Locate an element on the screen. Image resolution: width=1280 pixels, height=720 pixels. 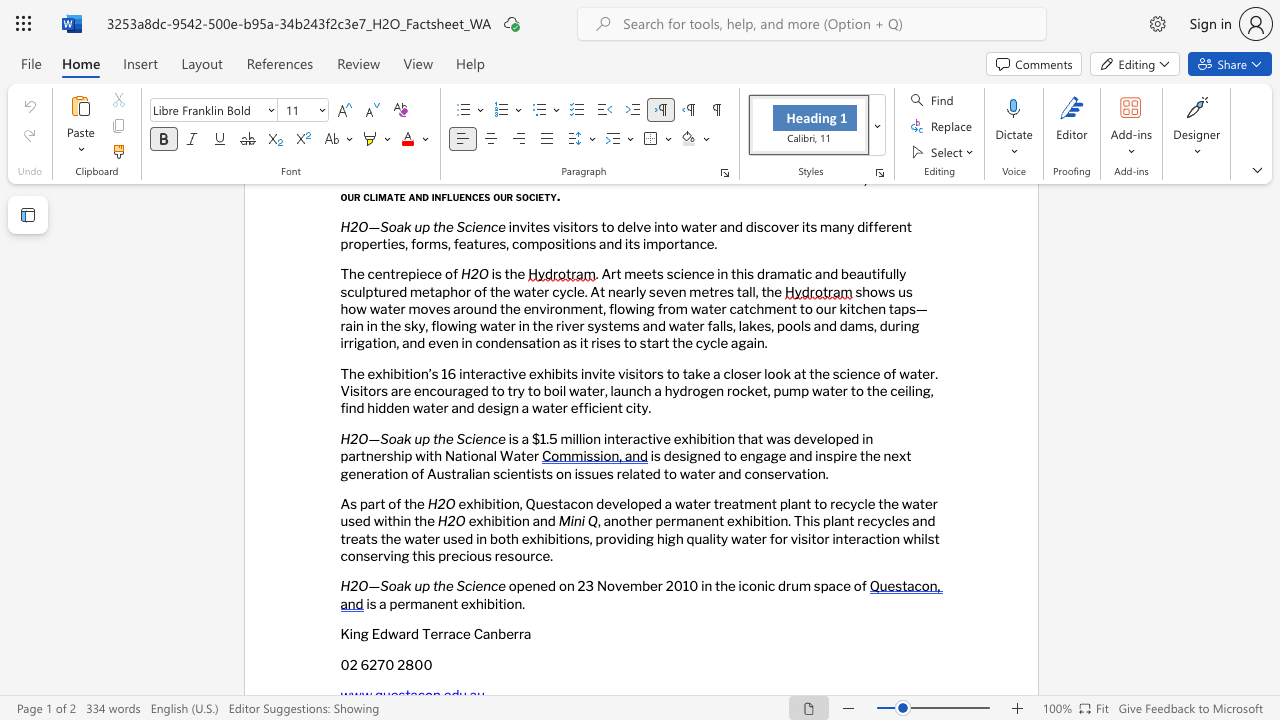
the subset text "rac" within the text "King Edward Terrace Canberra" is located at coordinates (442, 634).